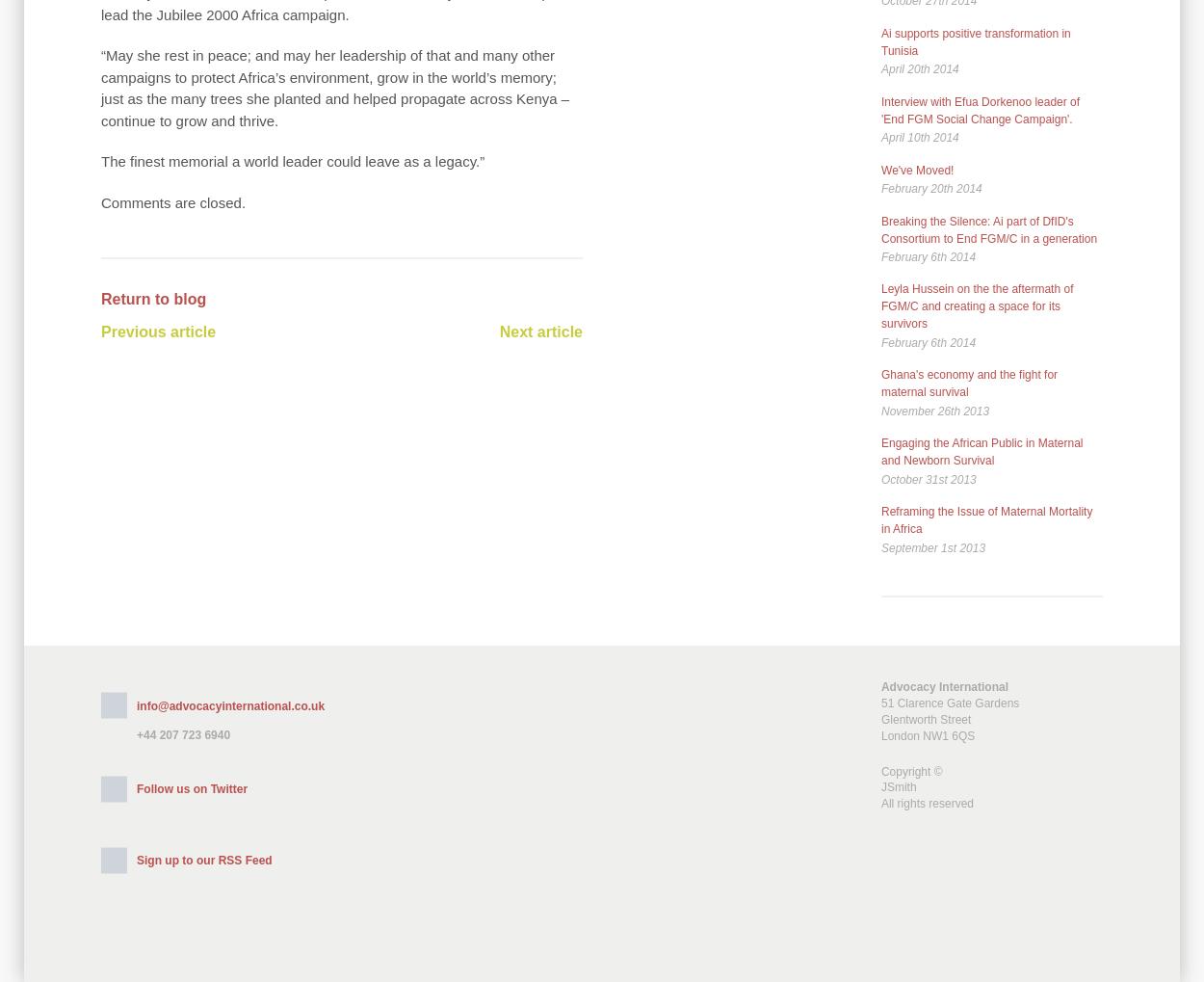 Image resolution: width=1204 pixels, height=982 pixels. I want to click on 'Engaging the African Public in Maternal and Newborn Survival', so click(881, 451).